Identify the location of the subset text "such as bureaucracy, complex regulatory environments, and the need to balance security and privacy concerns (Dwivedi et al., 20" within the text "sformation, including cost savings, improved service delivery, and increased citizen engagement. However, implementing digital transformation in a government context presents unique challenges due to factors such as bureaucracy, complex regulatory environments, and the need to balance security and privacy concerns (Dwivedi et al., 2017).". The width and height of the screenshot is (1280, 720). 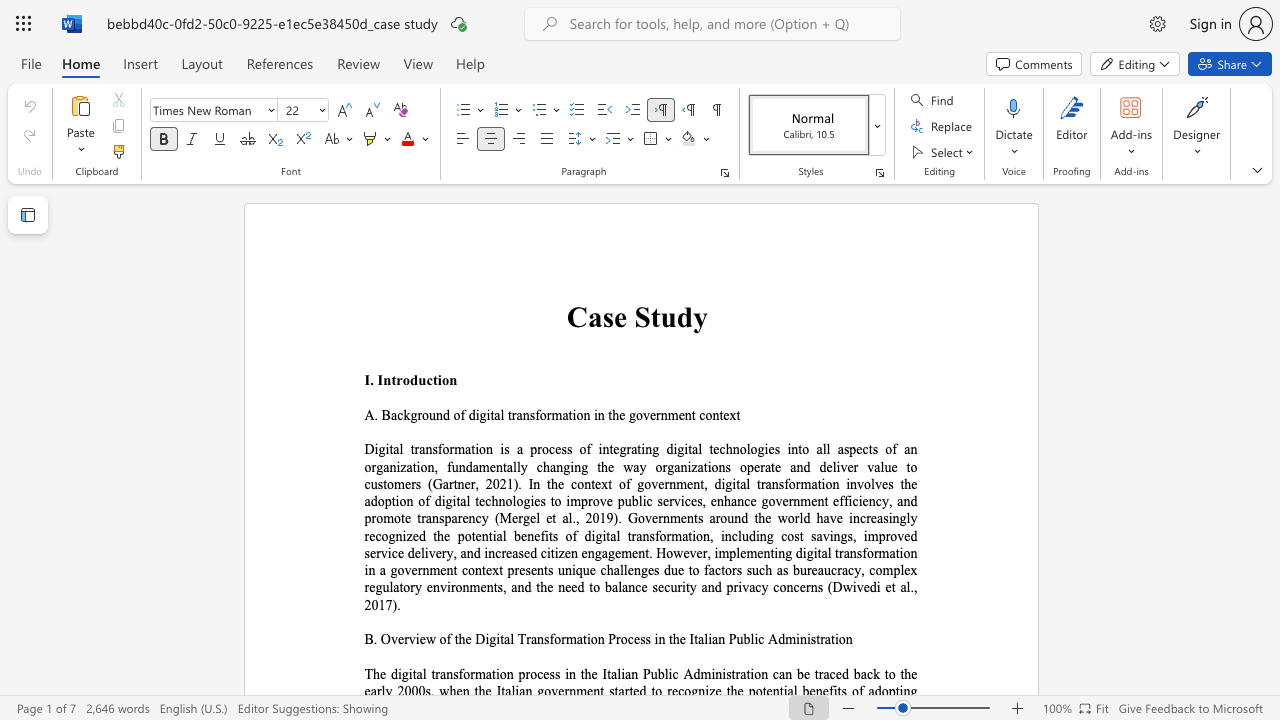
(745, 570).